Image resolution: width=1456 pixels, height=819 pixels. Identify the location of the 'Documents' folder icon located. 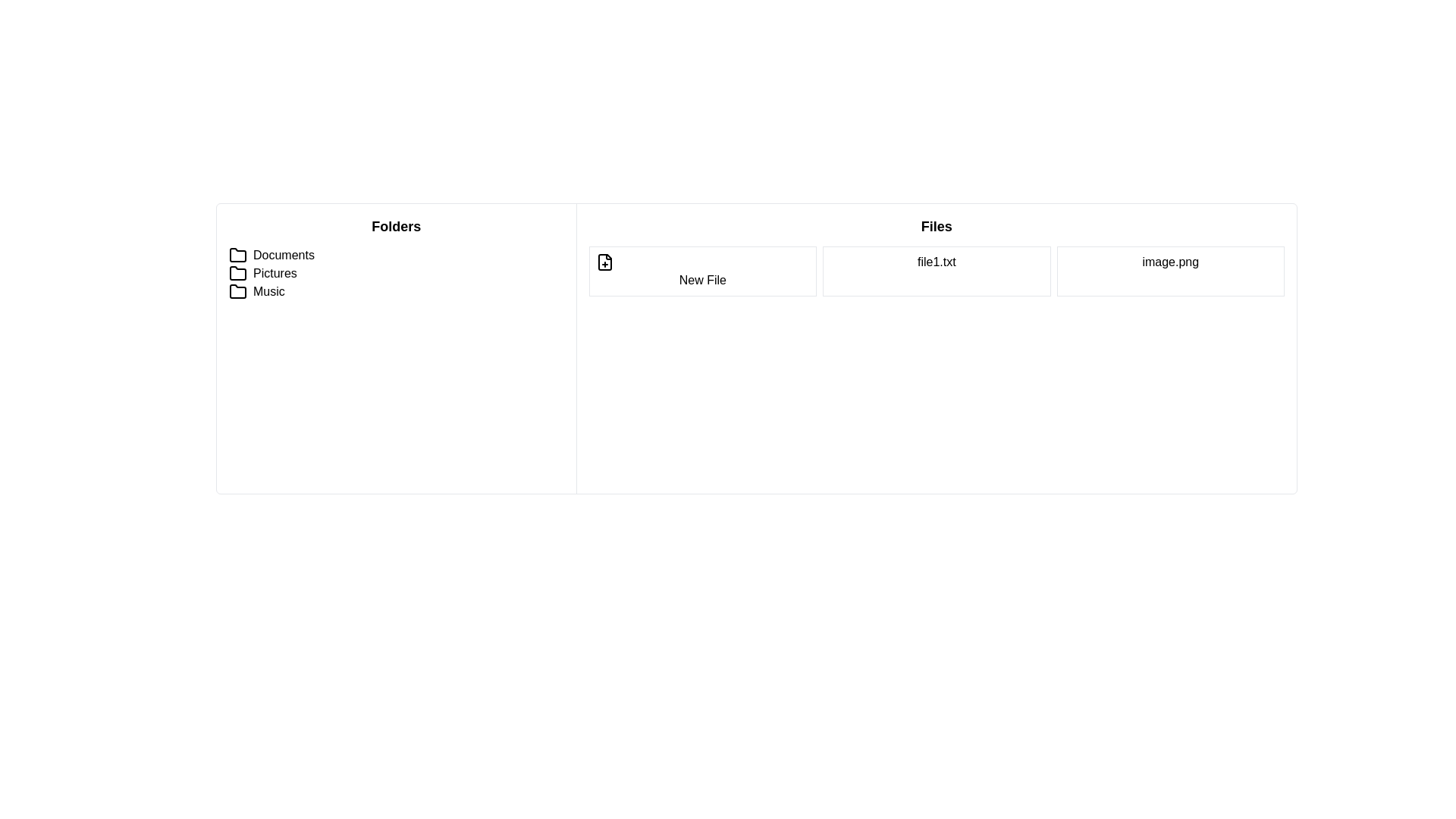
(237, 254).